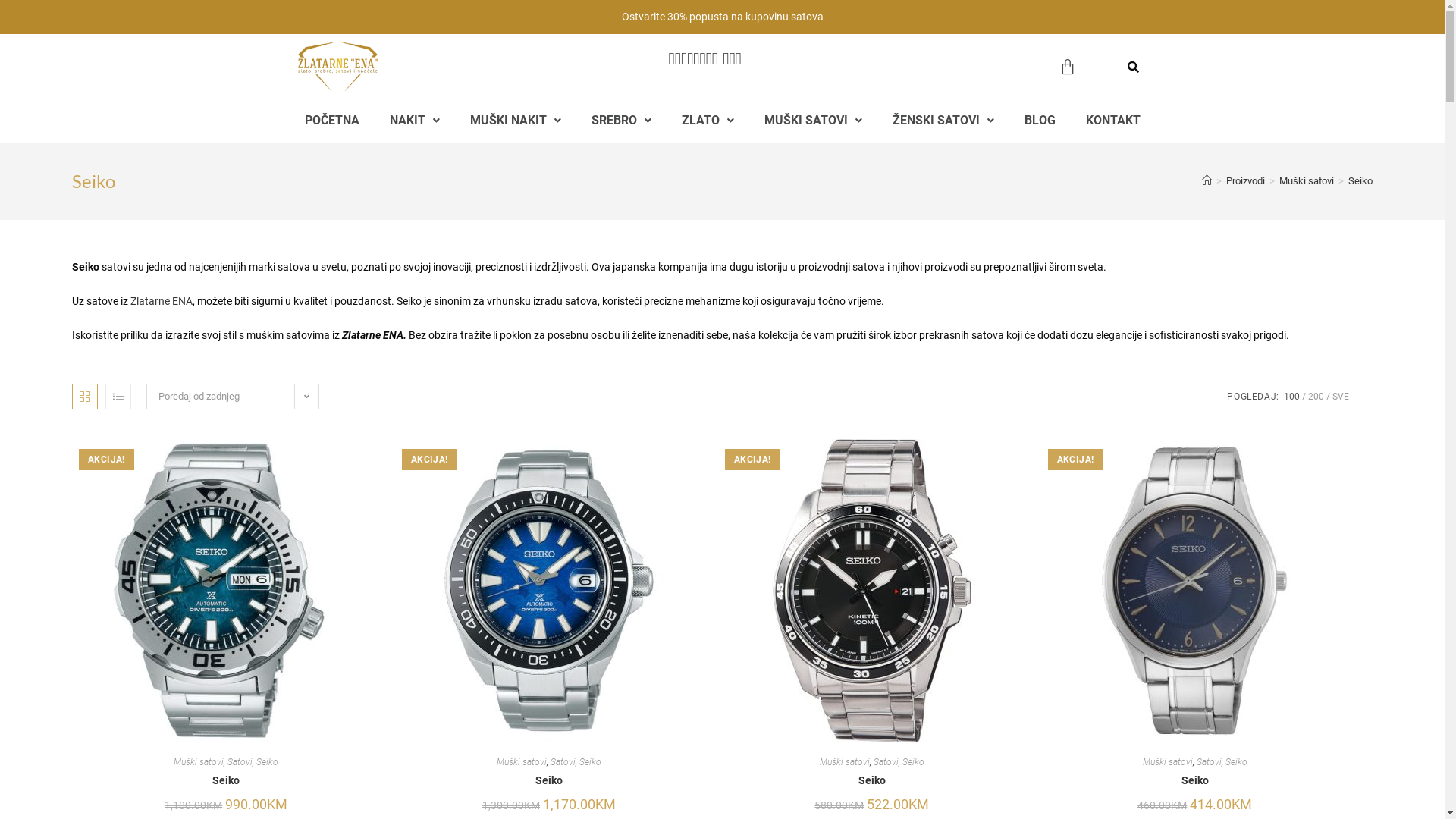  Describe the element at coordinates (1245, 180) in the screenshot. I see `'Proizvodi'` at that location.